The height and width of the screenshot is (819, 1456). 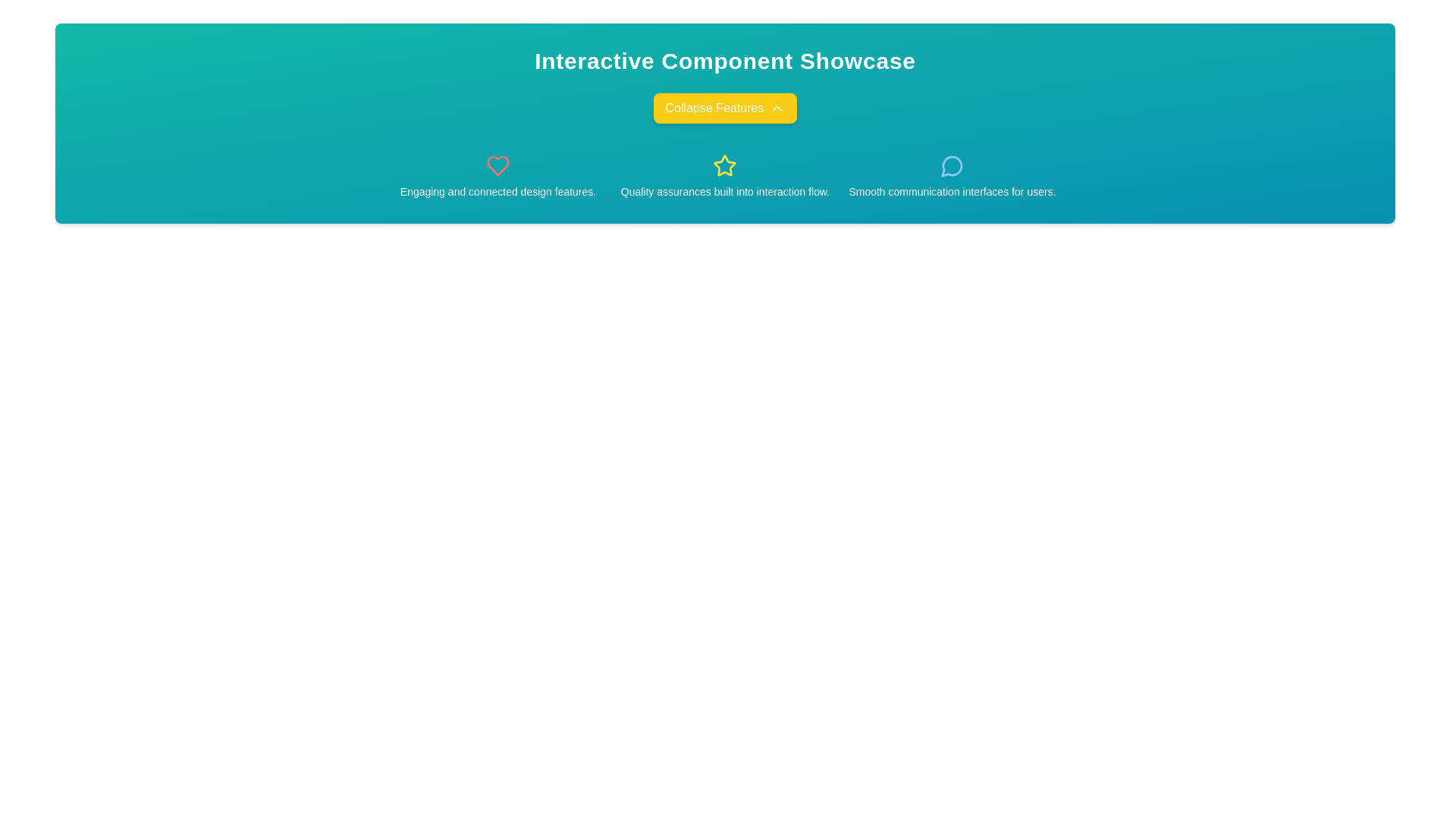 What do you see at coordinates (777, 107) in the screenshot?
I see `the visual state of the arrow icon located to the right of the 'Collapse Features' label within a yellow button, which indicates the collapsing or expanding state of a section` at bounding box center [777, 107].